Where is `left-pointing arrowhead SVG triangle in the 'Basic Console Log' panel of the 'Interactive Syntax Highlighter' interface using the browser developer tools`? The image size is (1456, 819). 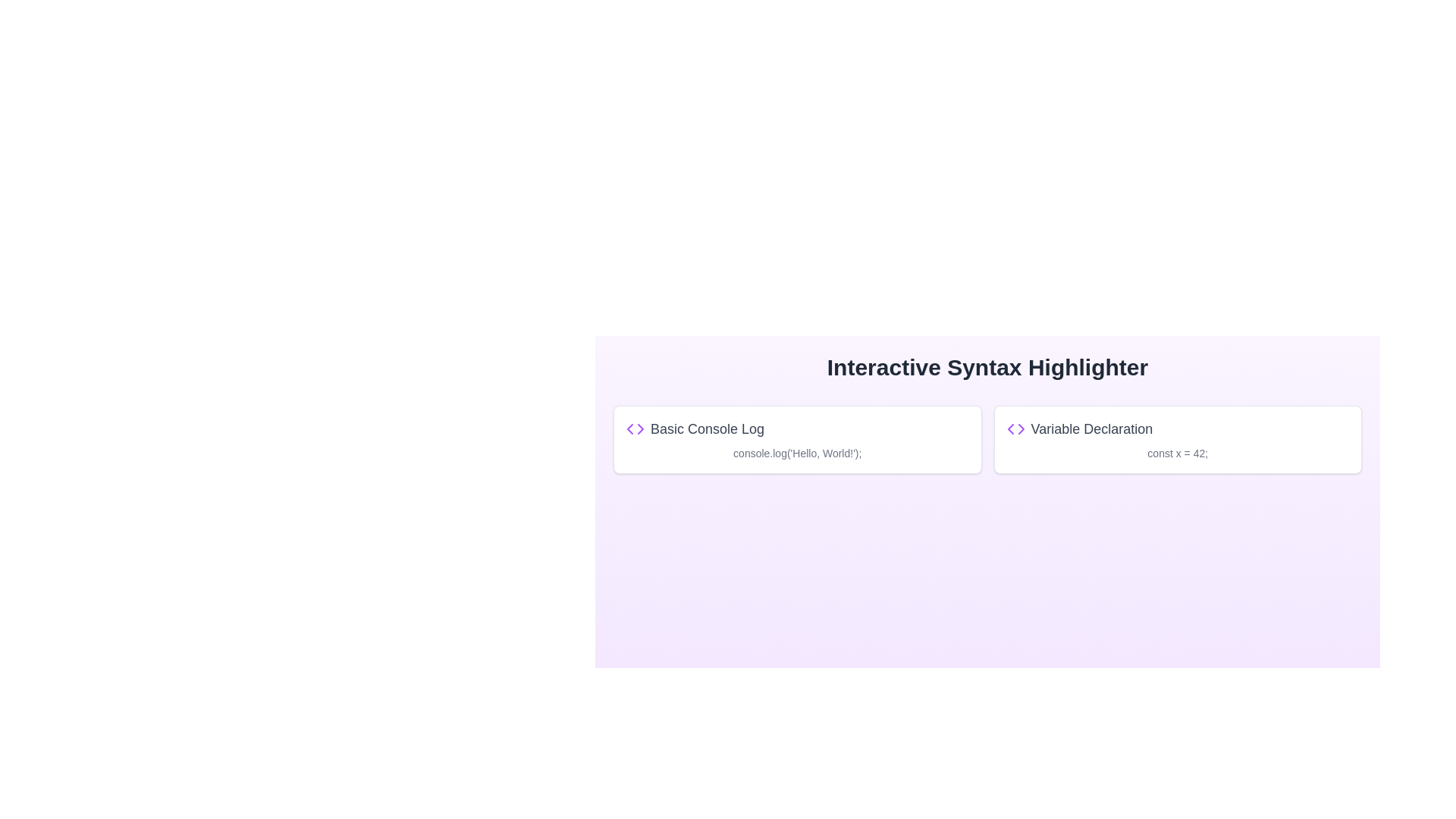 left-pointing arrowhead SVG triangle in the 'Basic Console Log' panel of the 'Interactive Syntax Highlighter' interface using the browser developer tools is located at coordinates (629, 429).